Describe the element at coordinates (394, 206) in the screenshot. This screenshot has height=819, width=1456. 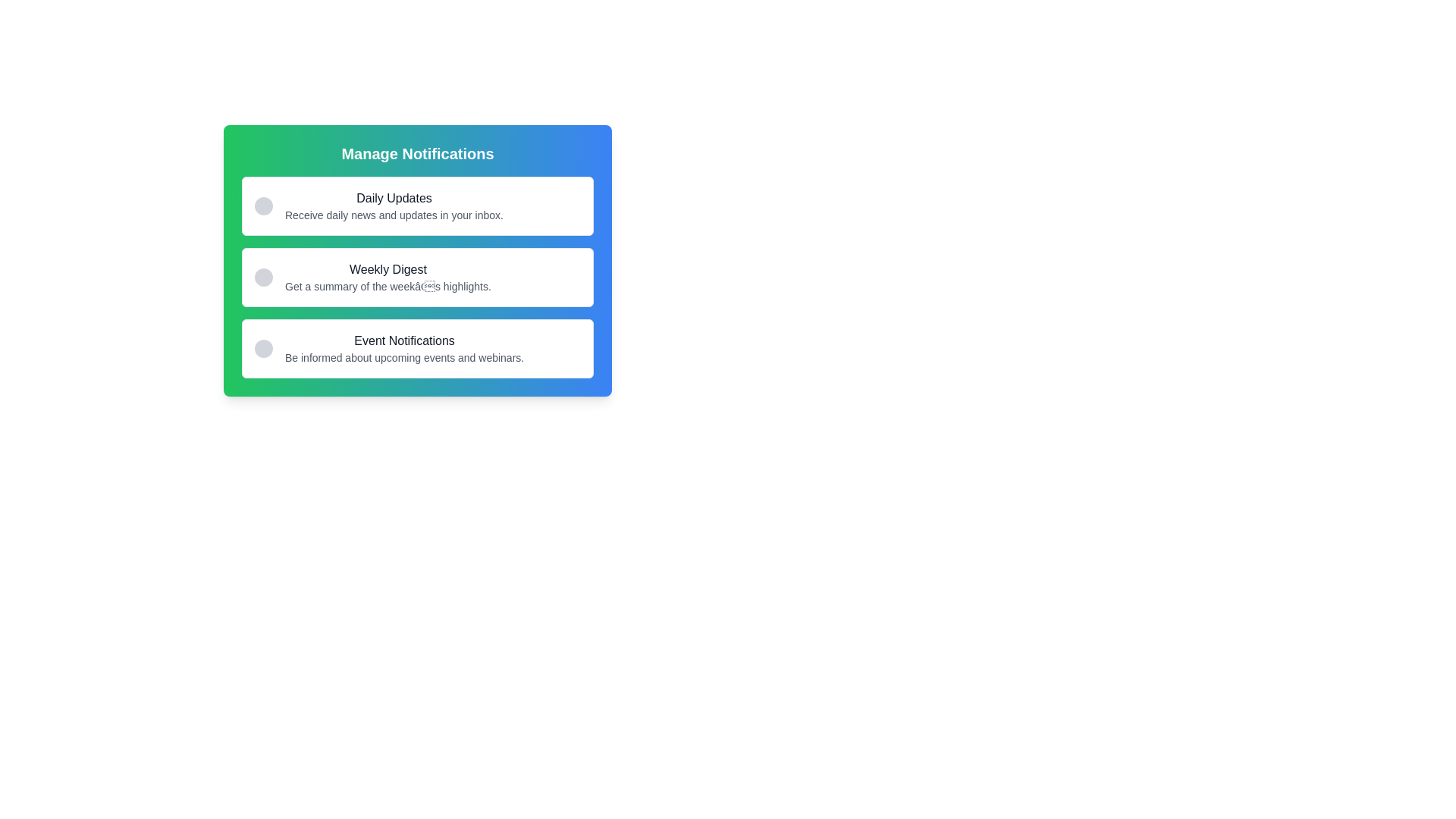
I see `the 'Daily Updates' text description block, which includes 'Daily Updates' and 'Receive daily news and updates in your inbox.'` at that location.